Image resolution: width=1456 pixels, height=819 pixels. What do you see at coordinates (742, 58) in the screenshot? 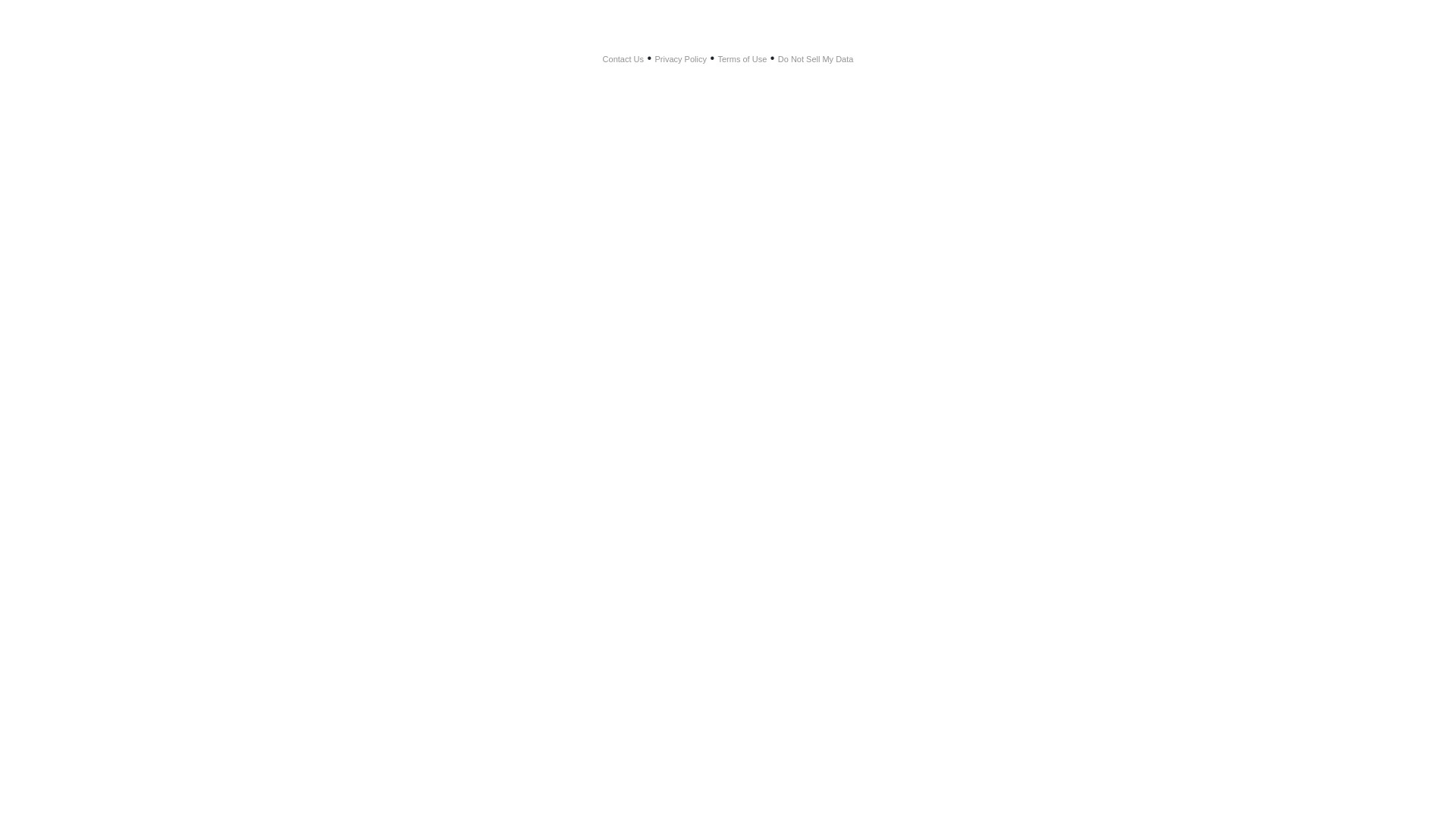
I see `'Terms of Use'` at bounding box center [742, 58].